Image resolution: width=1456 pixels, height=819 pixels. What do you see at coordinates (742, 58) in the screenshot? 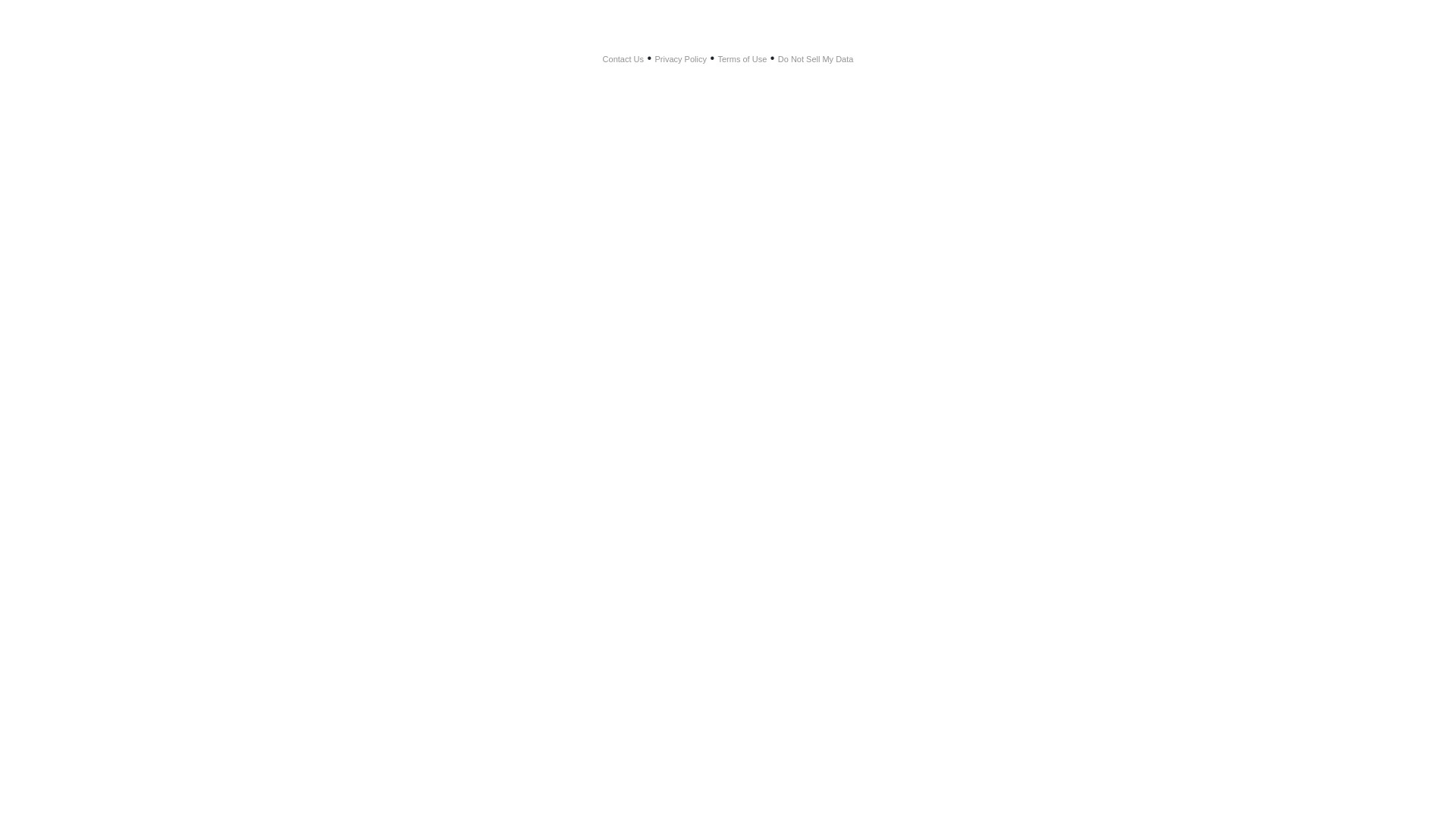
I see `'Terms of Use'` at bounding box center [742, 58].